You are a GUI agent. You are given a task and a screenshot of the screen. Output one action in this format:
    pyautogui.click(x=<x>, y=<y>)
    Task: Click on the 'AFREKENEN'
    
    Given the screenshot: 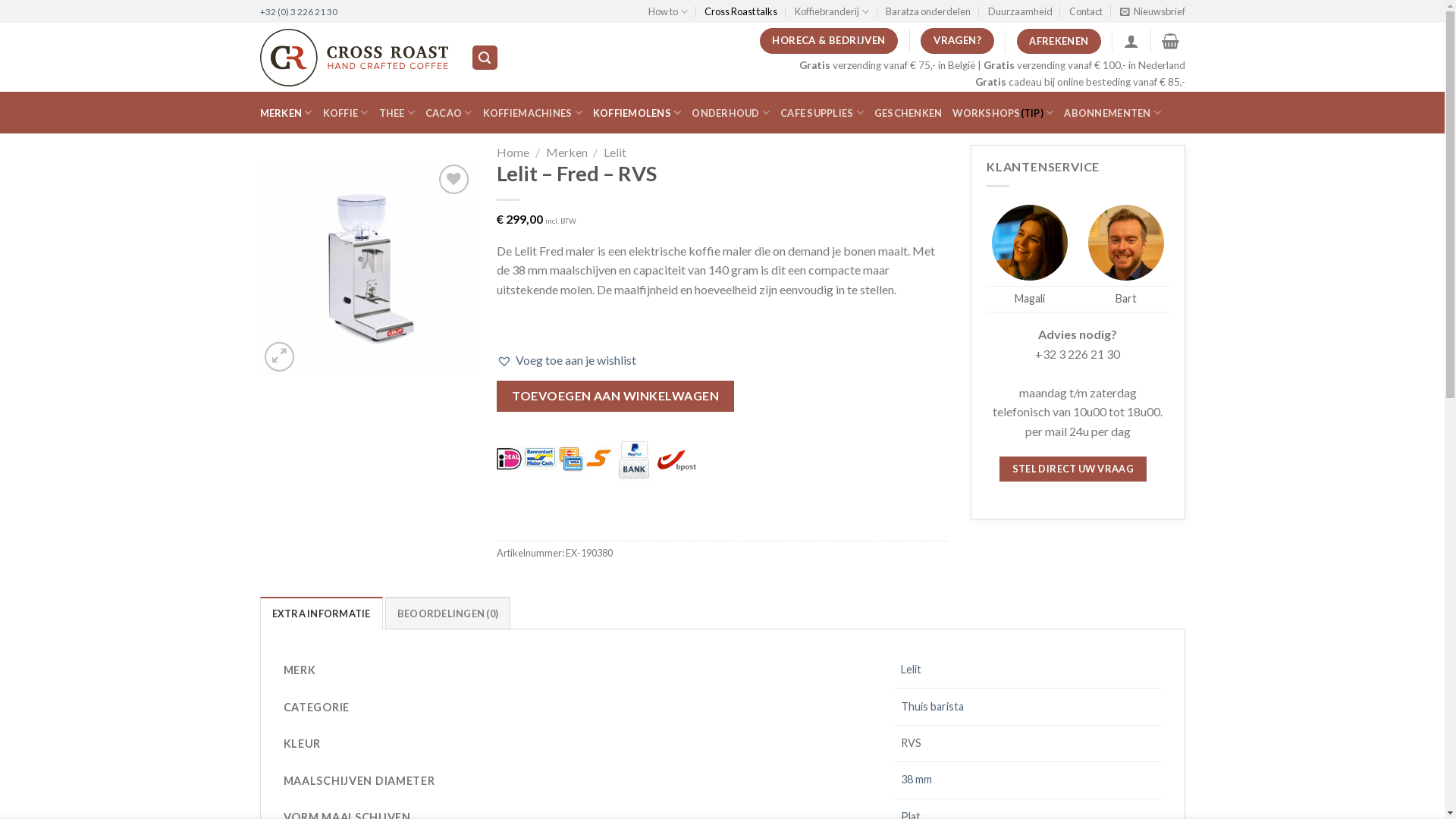 What is the action you would take?
    pyautogui.click(x=1058, y=40)
    